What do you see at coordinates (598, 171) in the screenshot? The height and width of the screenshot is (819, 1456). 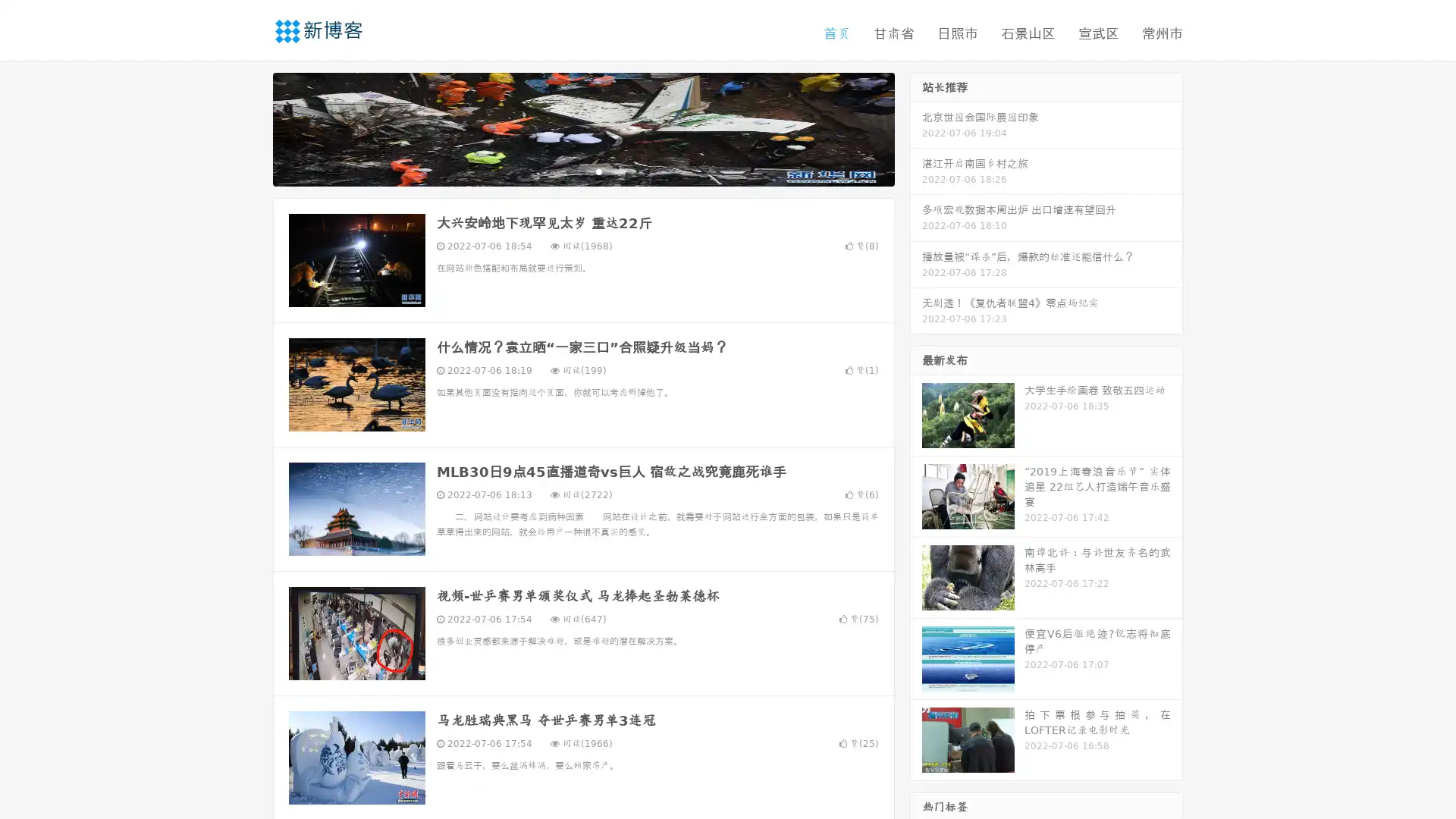 I see `Go to slide 3` at bounding box center [598, 171].